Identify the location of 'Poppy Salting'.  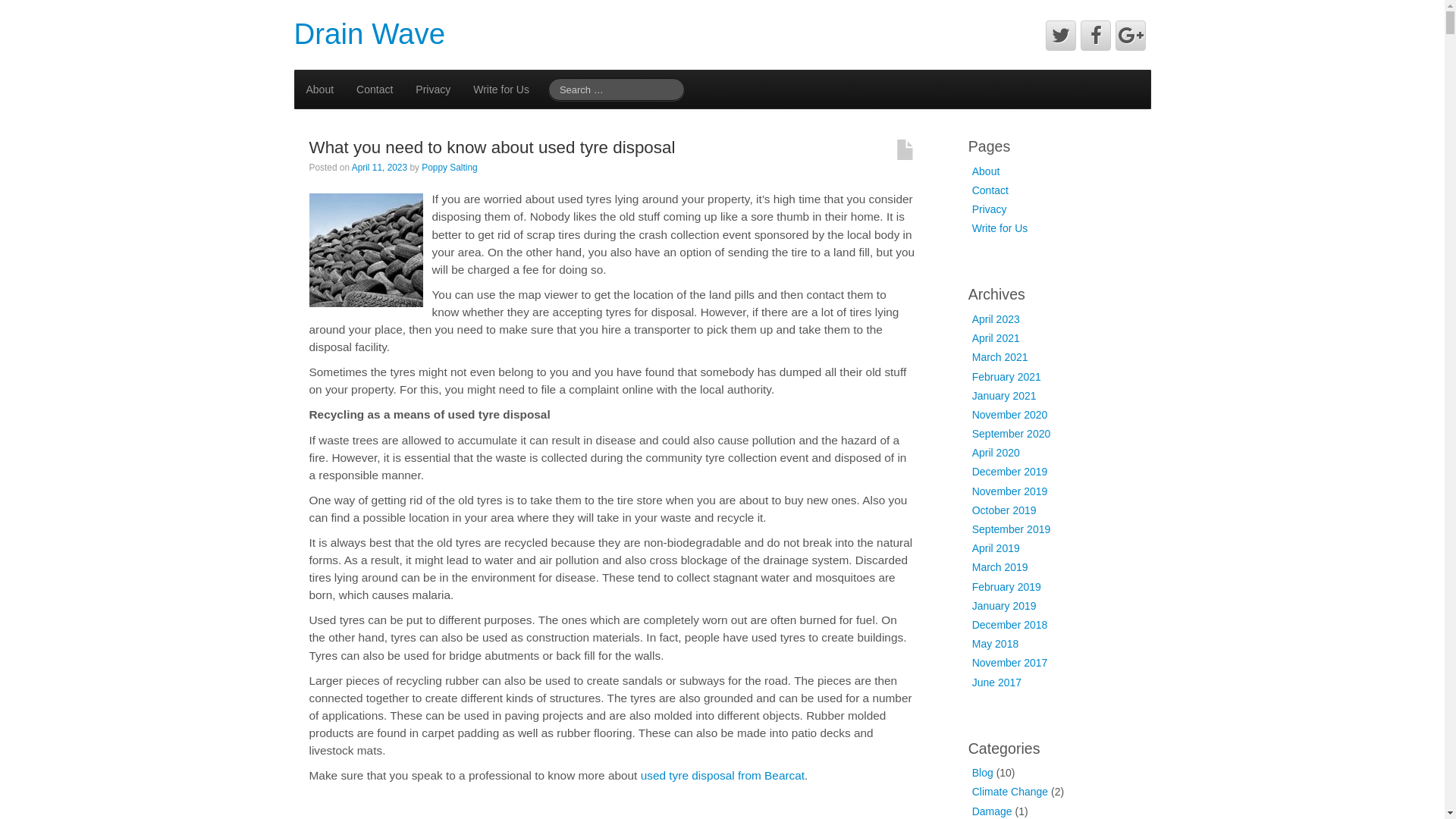
(448, 167).